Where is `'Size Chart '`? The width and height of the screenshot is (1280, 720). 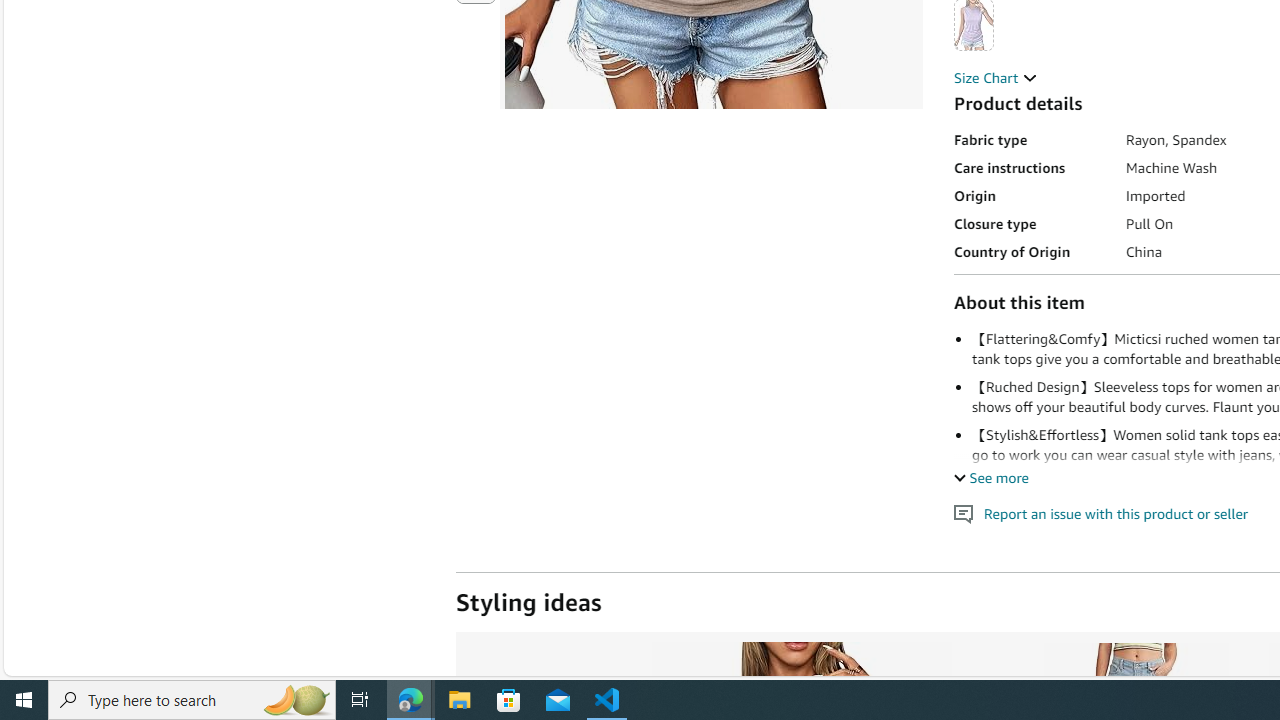
'Size Chart ' is located at coordinates (995, 76).